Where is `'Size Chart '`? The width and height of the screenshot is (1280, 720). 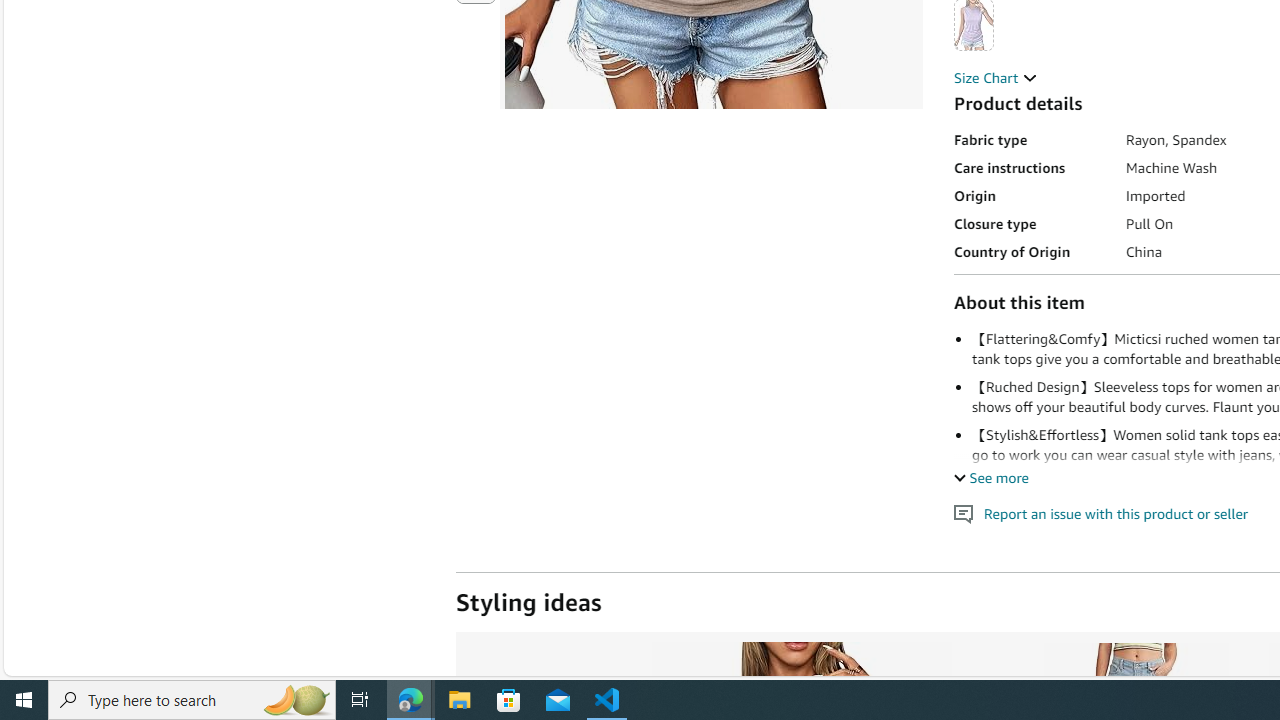
'Size Chart ' is located at coordinates (995, 76).